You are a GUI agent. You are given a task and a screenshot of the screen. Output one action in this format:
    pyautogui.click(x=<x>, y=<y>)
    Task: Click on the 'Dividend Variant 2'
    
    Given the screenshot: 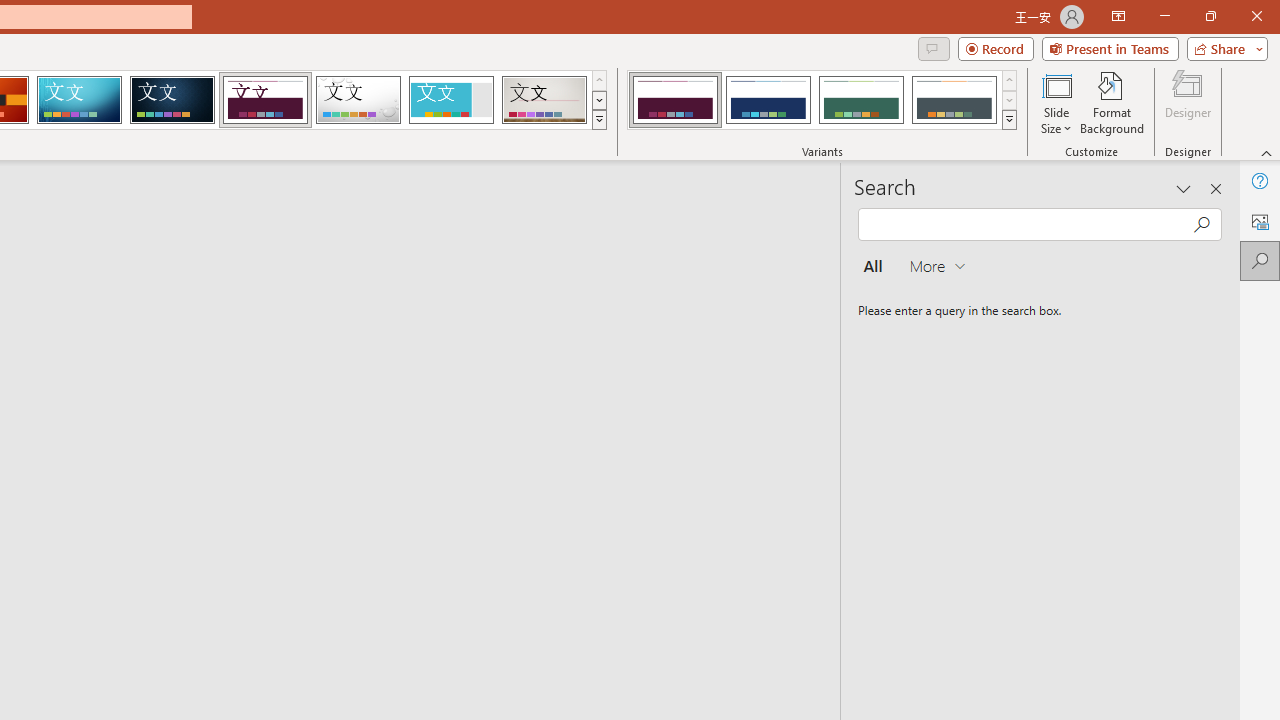 What is the action you would take?
    pyautogui.click(x=767, y=100)
    